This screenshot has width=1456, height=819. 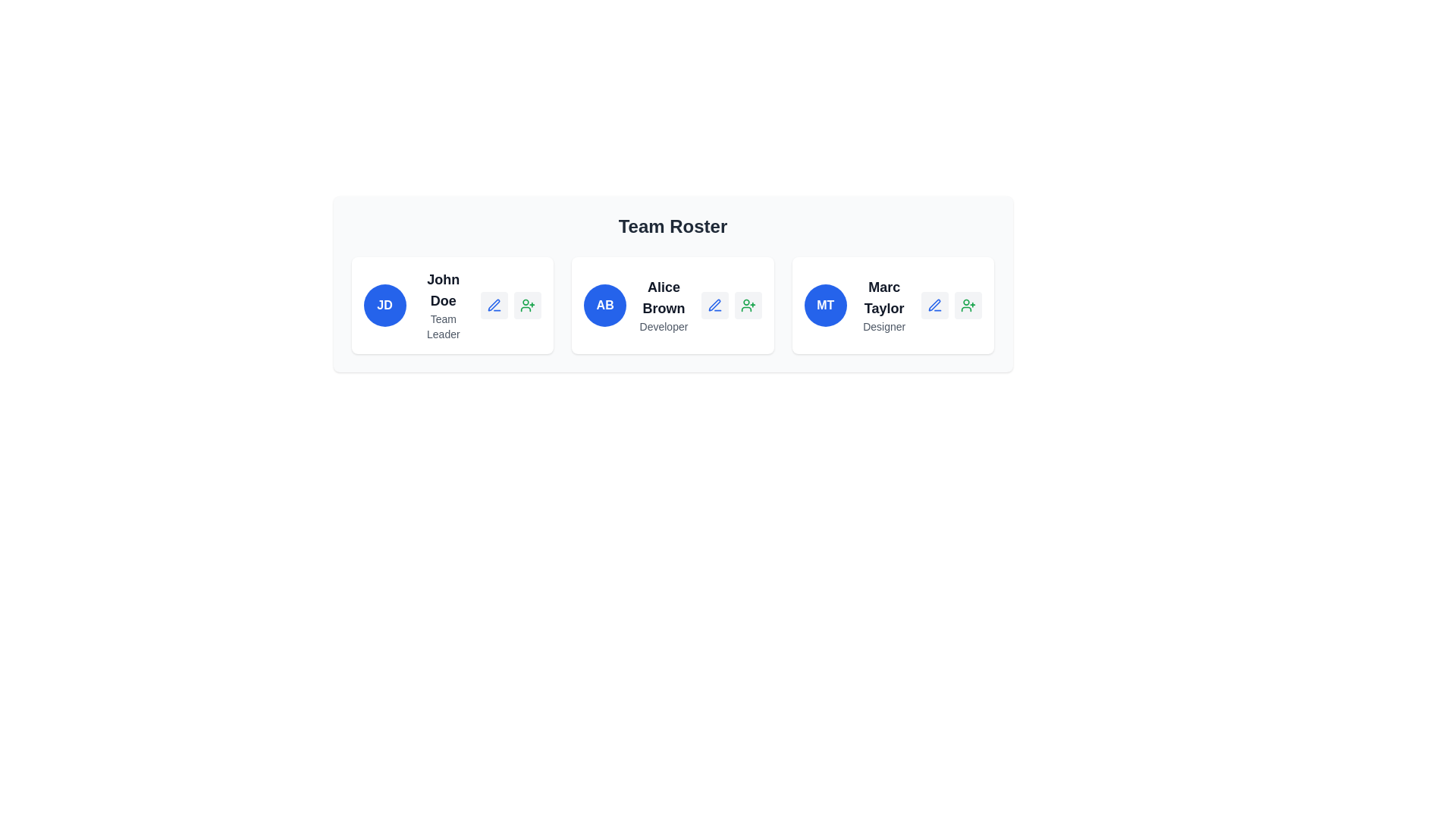 I want to click on the circular User Avatar Badge with blue background and white text containing 'AB', positioned to the left of 'Alice Brown Developer', so click(x=604, y=305).